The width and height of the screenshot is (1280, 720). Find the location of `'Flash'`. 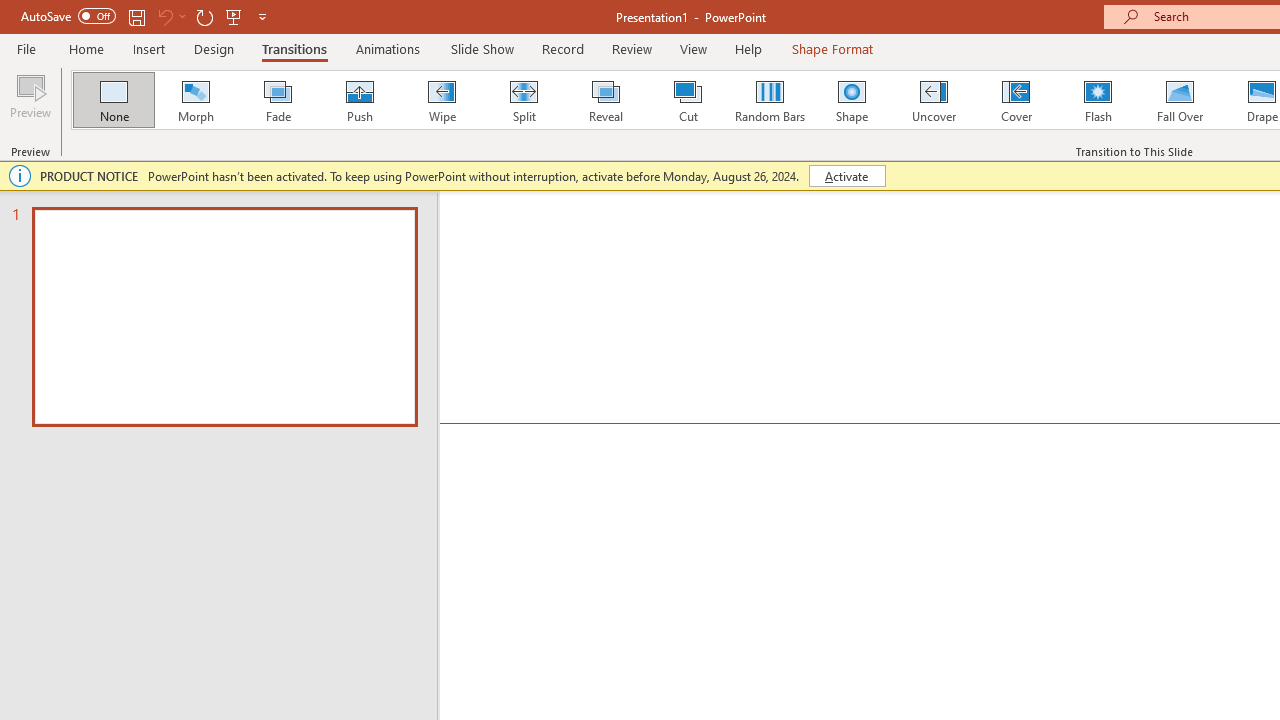

'Flash' is located at coordinates (1097, 100).